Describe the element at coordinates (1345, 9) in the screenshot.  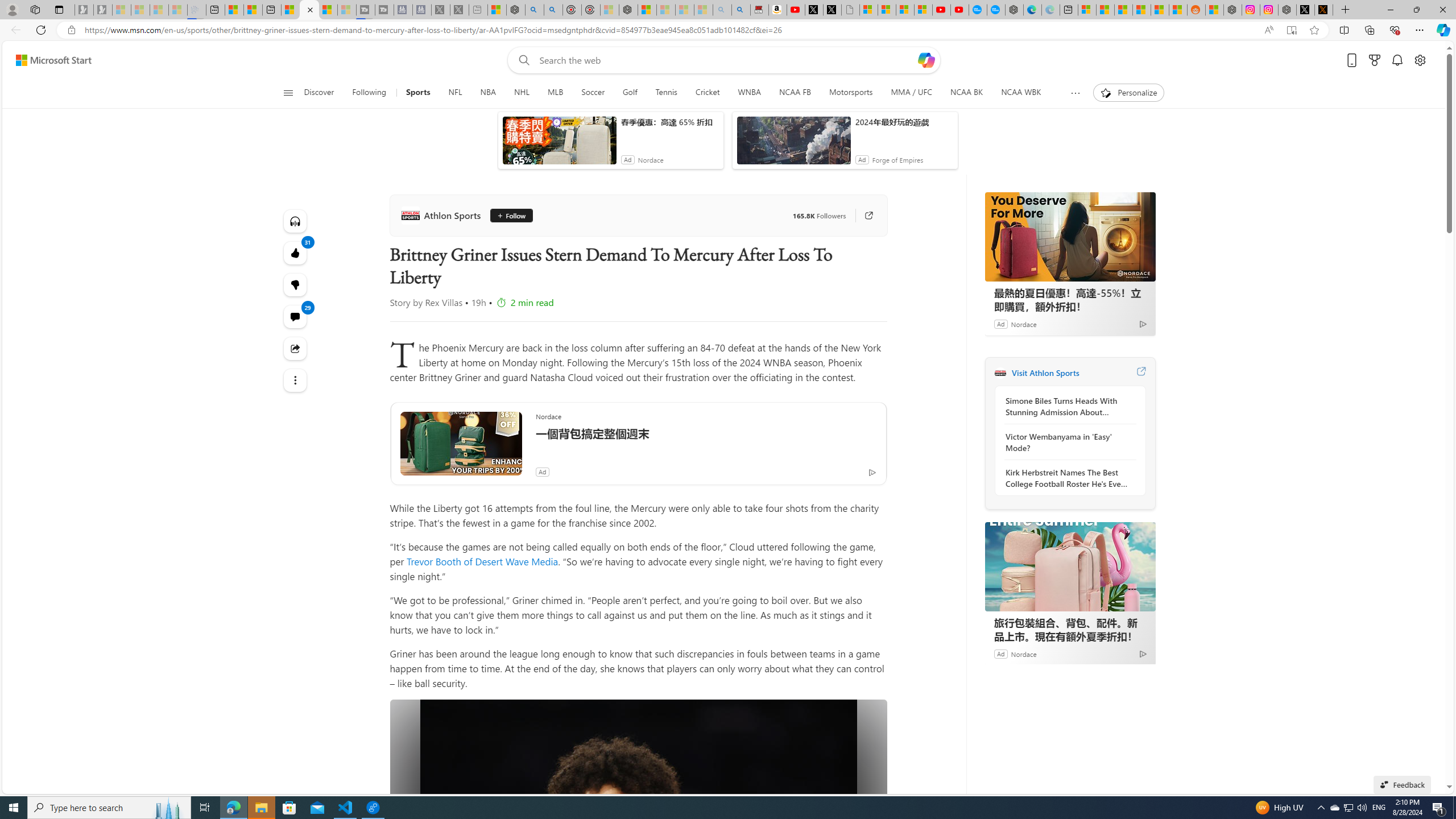
I see `'New Tab'` at that location.